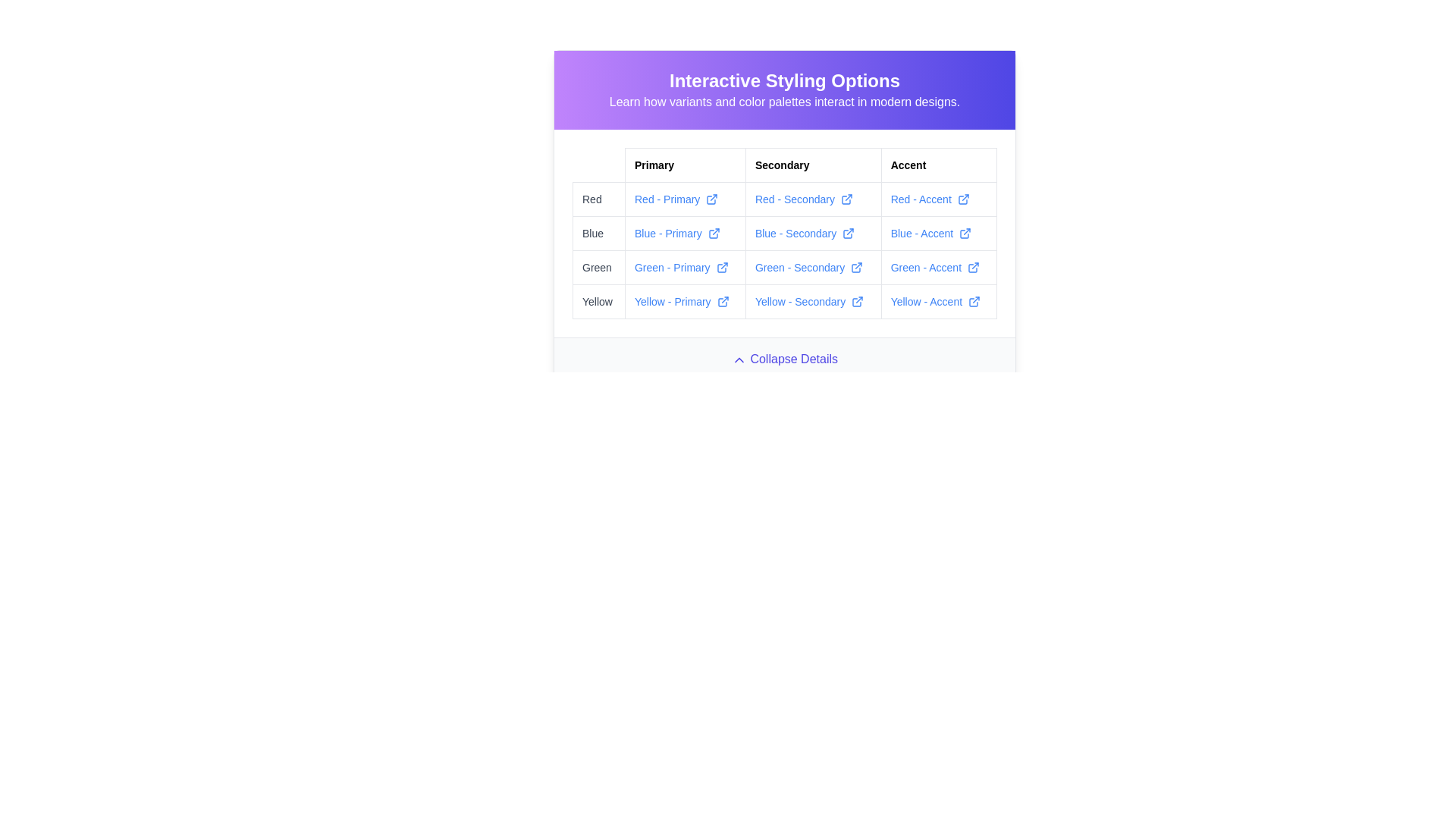  What do you see at coordinates (938, 267) in the screenshot?
I see `the hyperlink labeled 'Green - Accent' styled in blue font, which has an external link icon next to it` at bounding box center [938, 267].